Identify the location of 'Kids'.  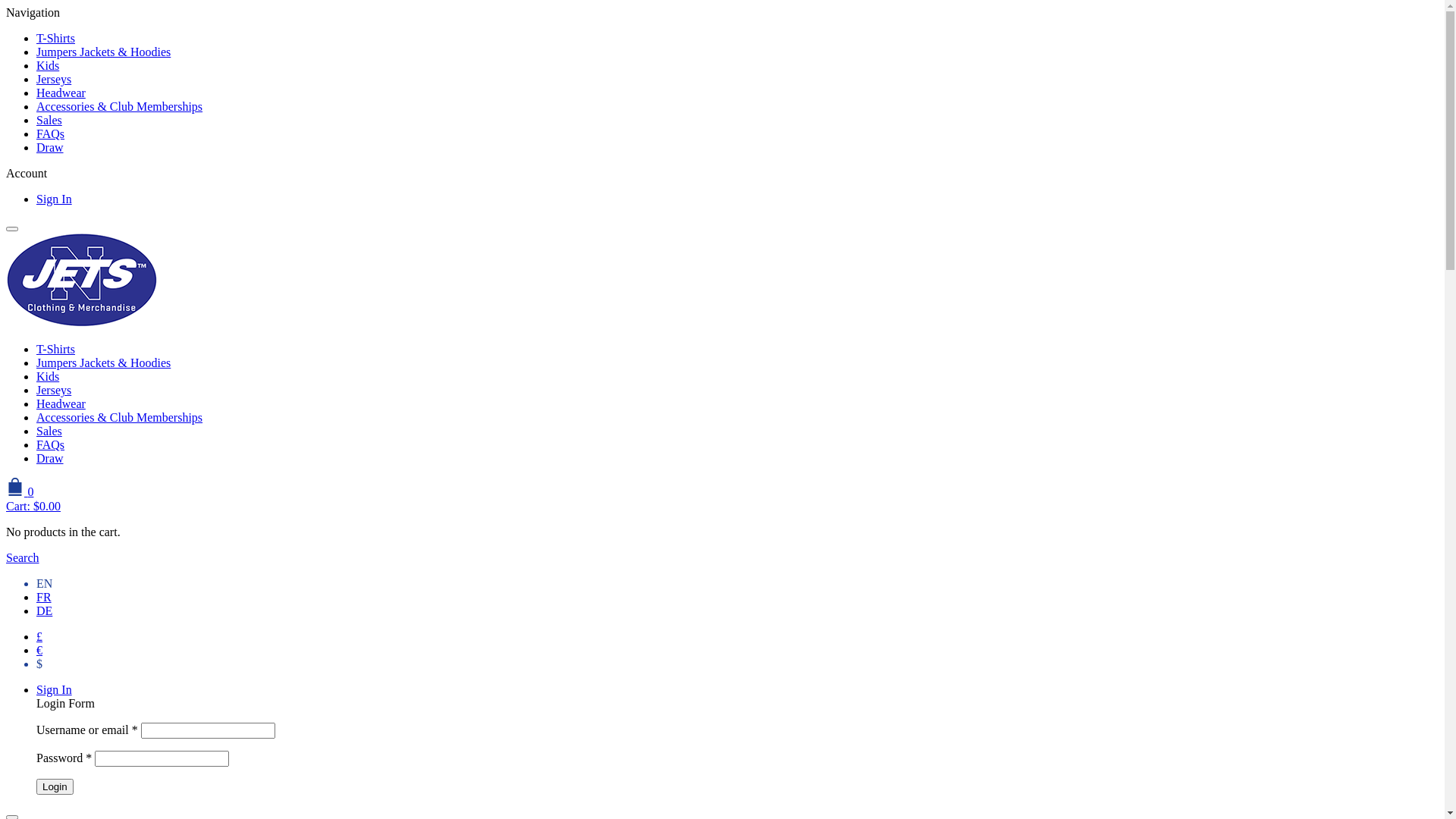
(47, 64).